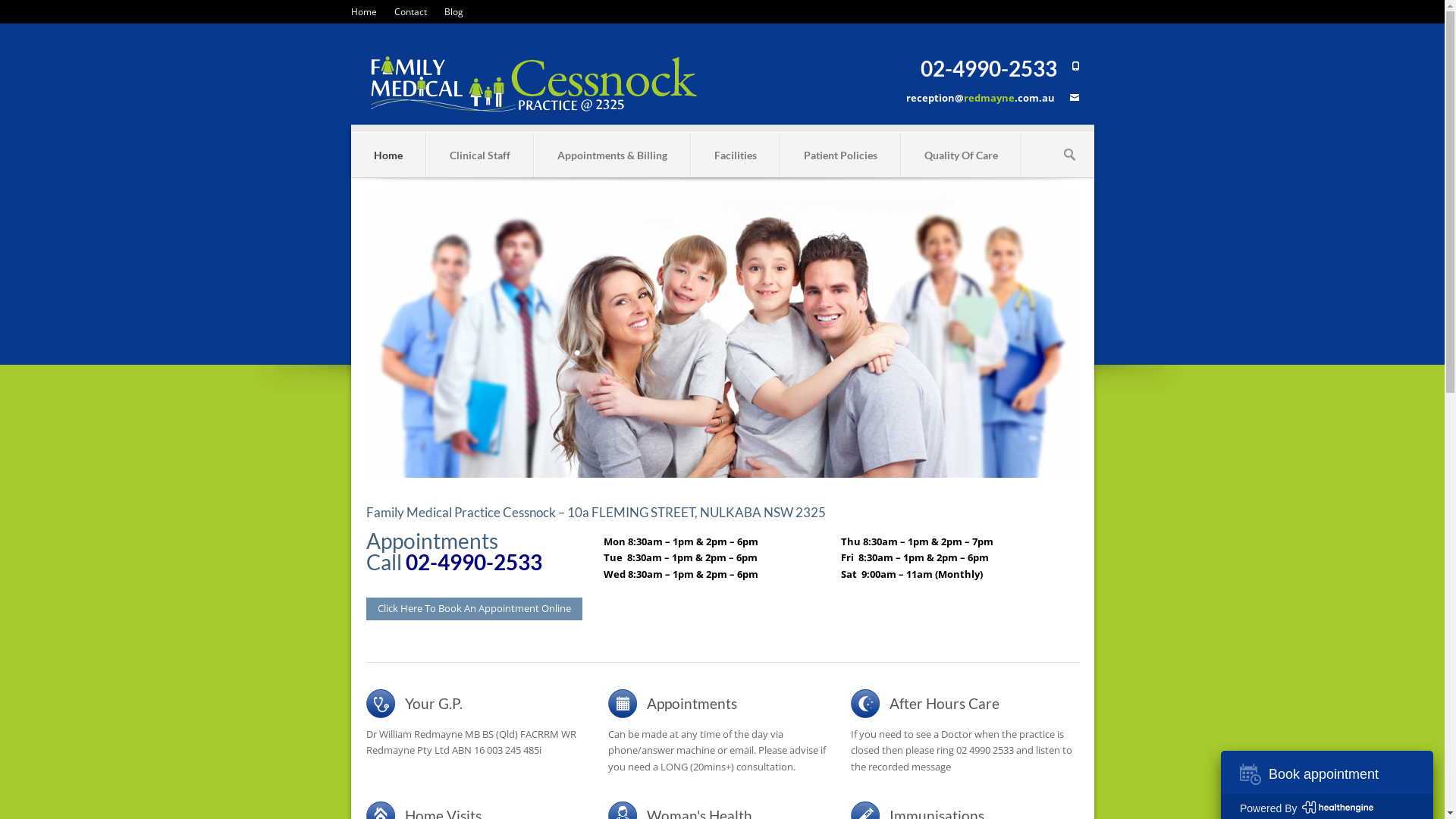 The height and width of the screenshot is (819, 1456). I want to click on 'reception@redmayne.com.au', so click(979, 97).